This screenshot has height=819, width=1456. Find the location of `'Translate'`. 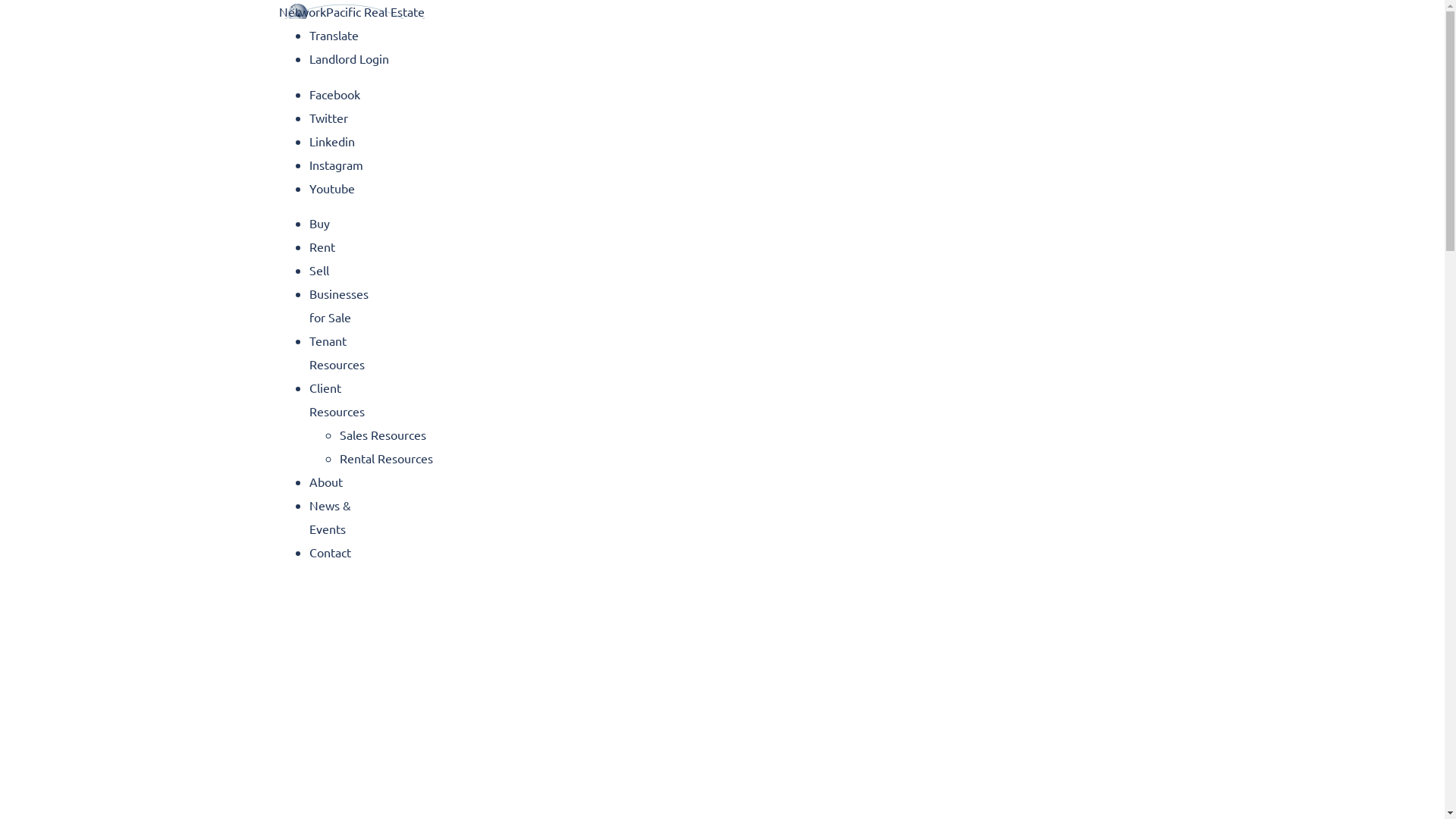

'Translate' is located at coordinates (309, 34).